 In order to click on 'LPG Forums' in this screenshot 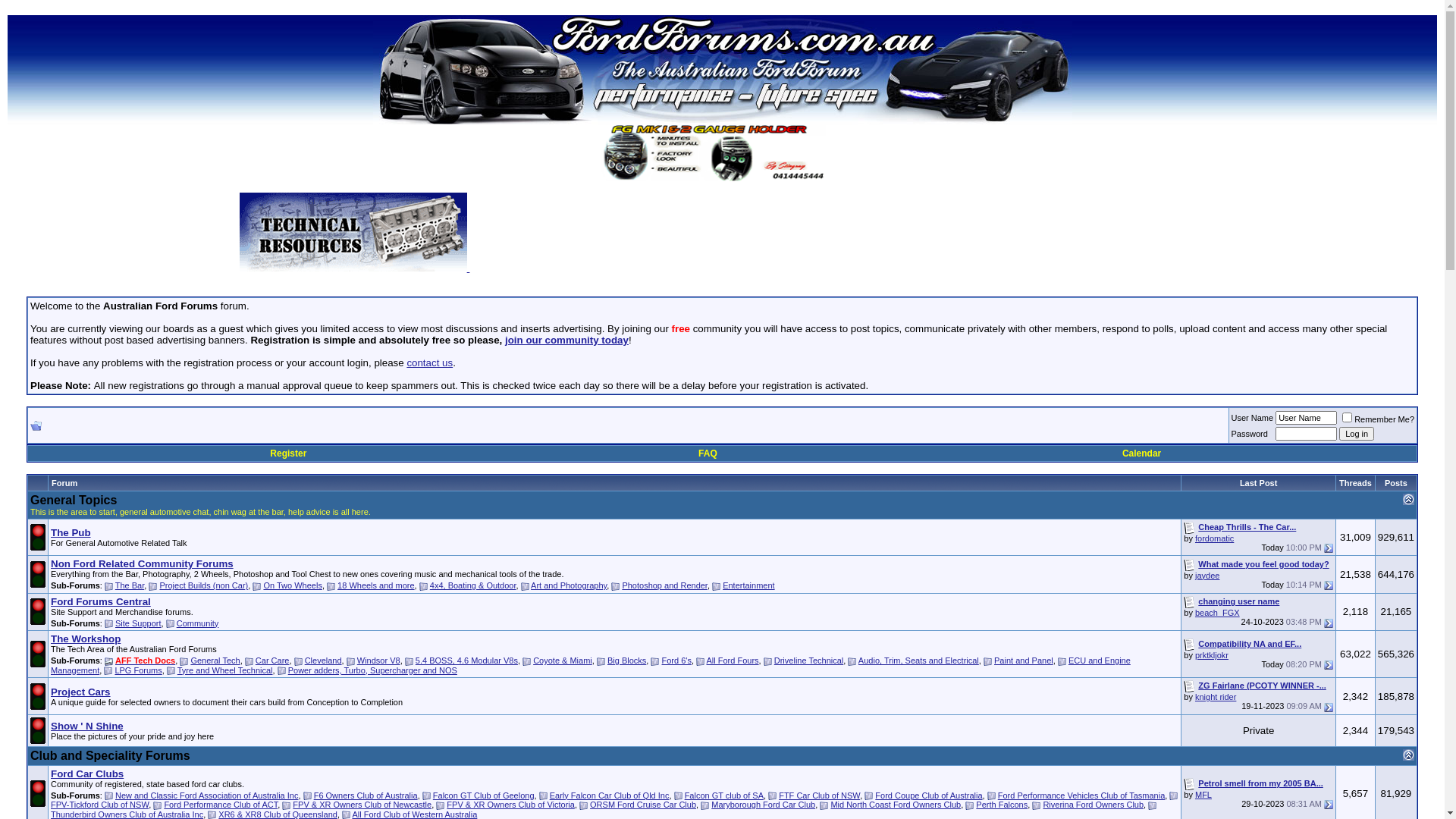, I will do `click(138, 669)`.